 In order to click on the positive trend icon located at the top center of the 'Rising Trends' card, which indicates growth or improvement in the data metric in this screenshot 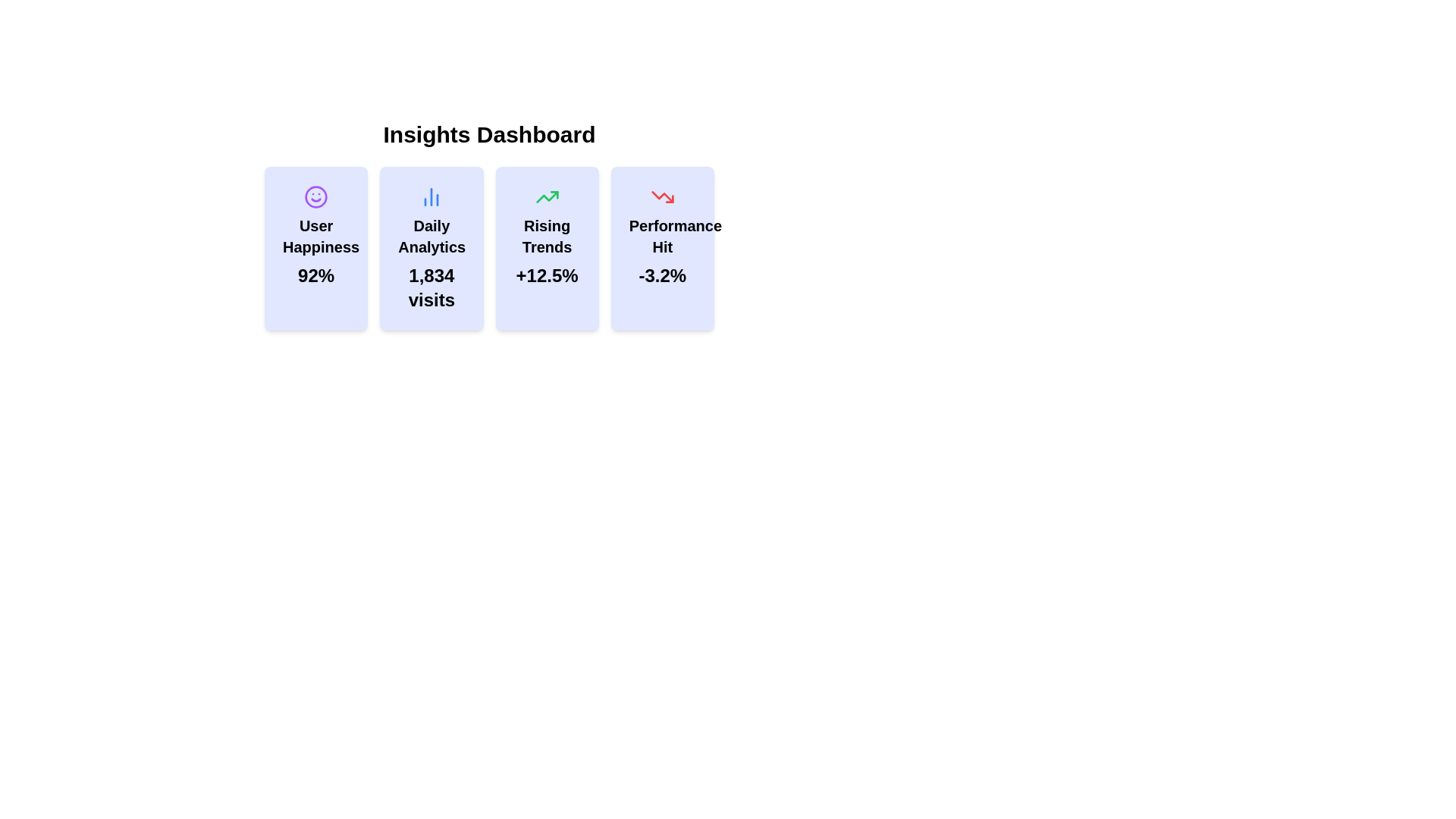, I will do `click(546, 196)`.